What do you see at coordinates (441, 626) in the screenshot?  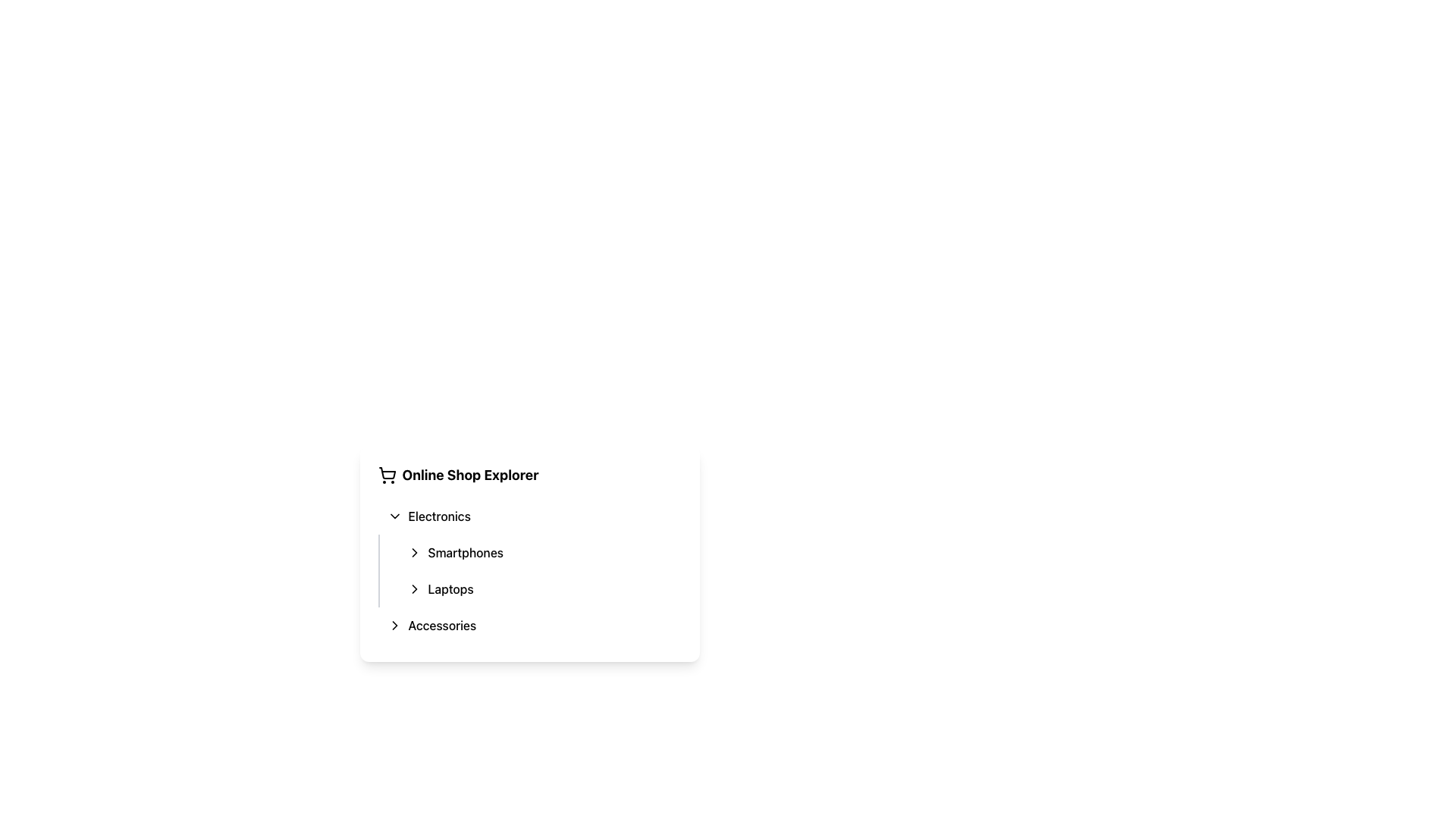 I see `the 'Accessories' text label, which is styled with medium font weight and located at the bottom of a list under the 'Electronics' category` at bounding box center [441, 626].